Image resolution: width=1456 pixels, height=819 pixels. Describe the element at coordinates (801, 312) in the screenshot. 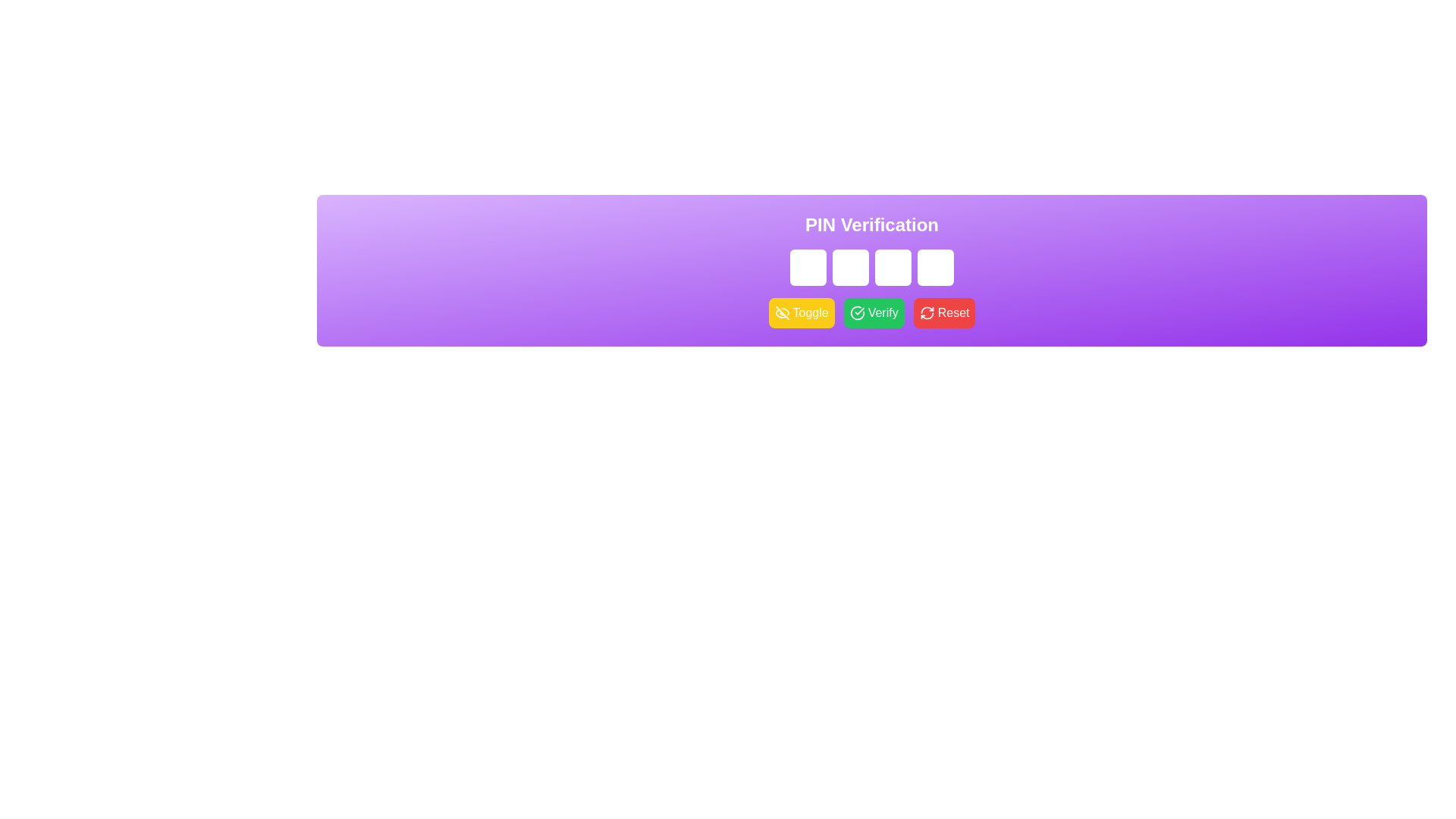

I see `the 'Toggle' button with a yellow background and an eye icon` at that location.